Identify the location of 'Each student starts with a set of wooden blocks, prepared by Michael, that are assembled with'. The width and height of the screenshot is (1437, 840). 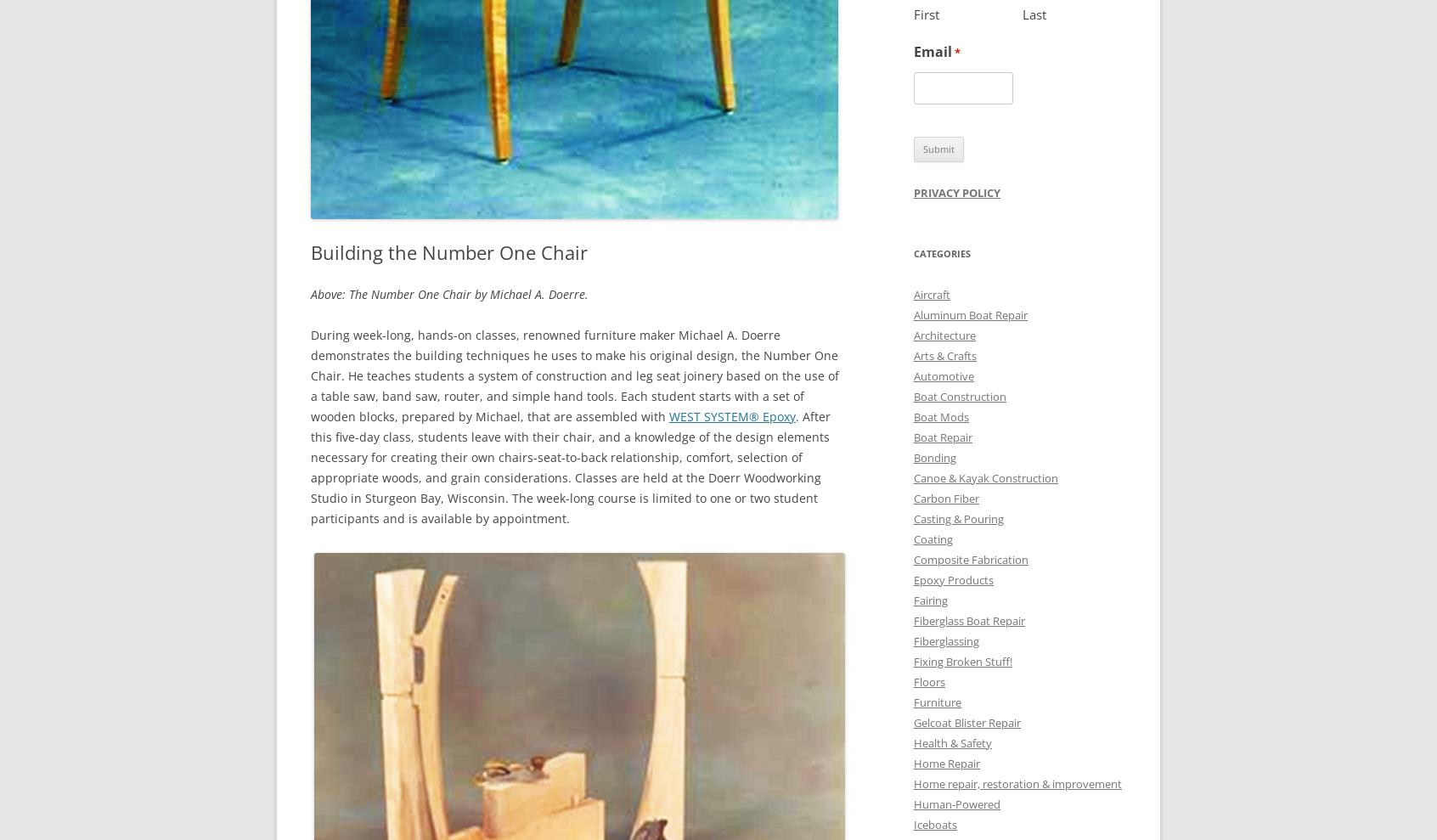
(557, 404).